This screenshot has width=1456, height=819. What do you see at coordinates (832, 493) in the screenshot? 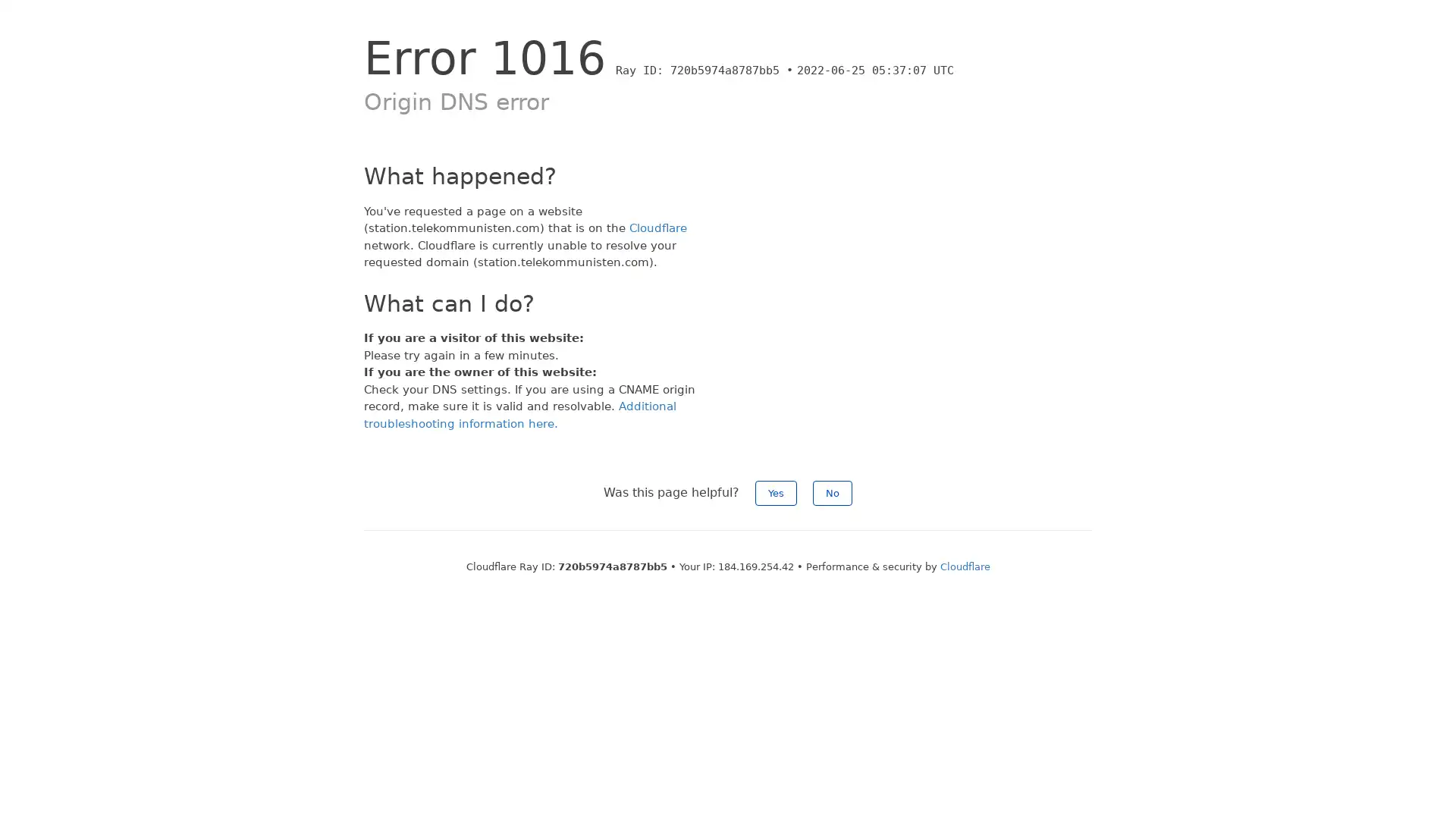
I see `No` at bounding box center [832, 493].